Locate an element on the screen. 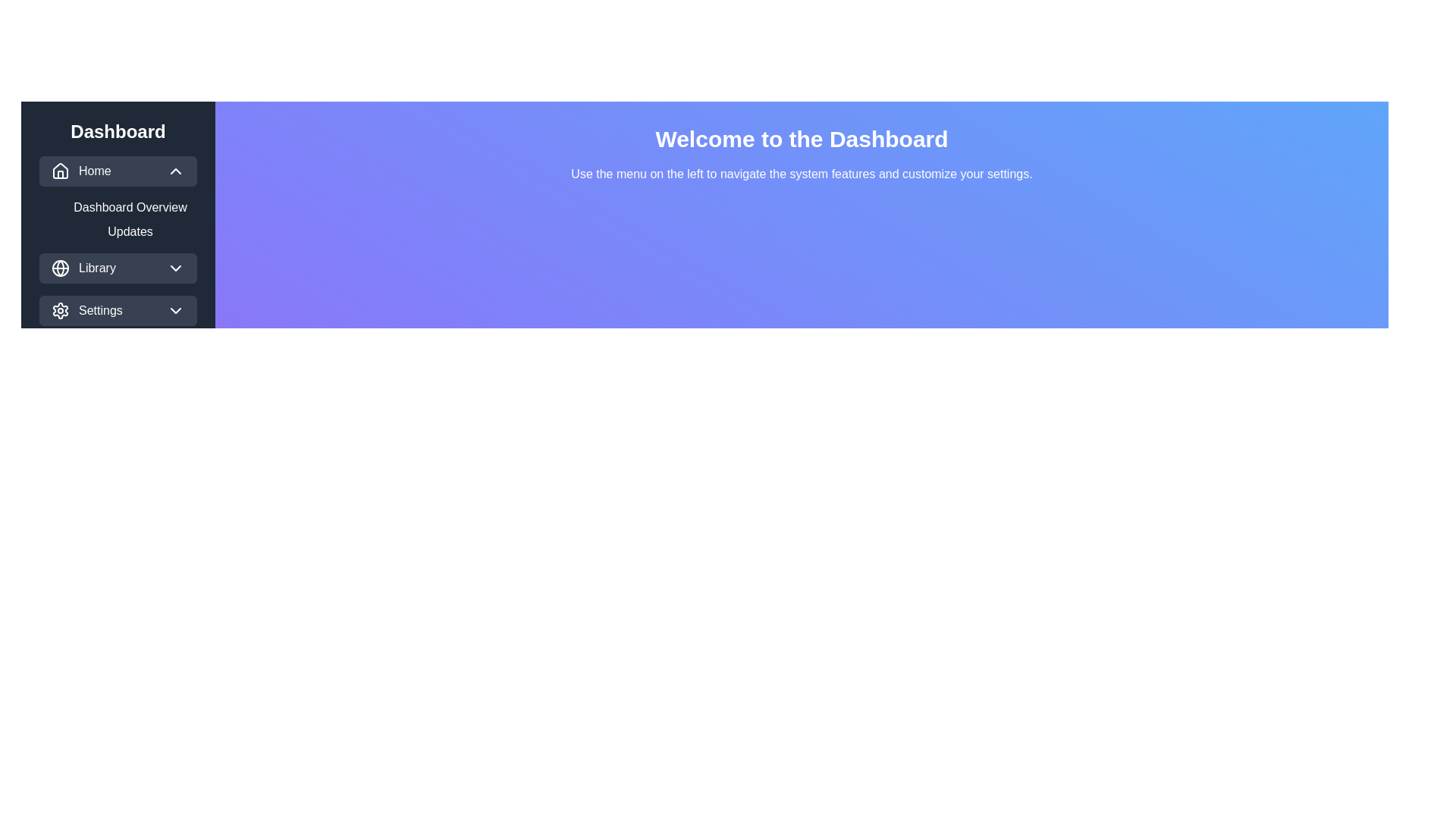 The image size is (1456, 819). the 'Updates' text label in the 'Dashboard Overview' menu to change its color is located at coordinates (118, 240).